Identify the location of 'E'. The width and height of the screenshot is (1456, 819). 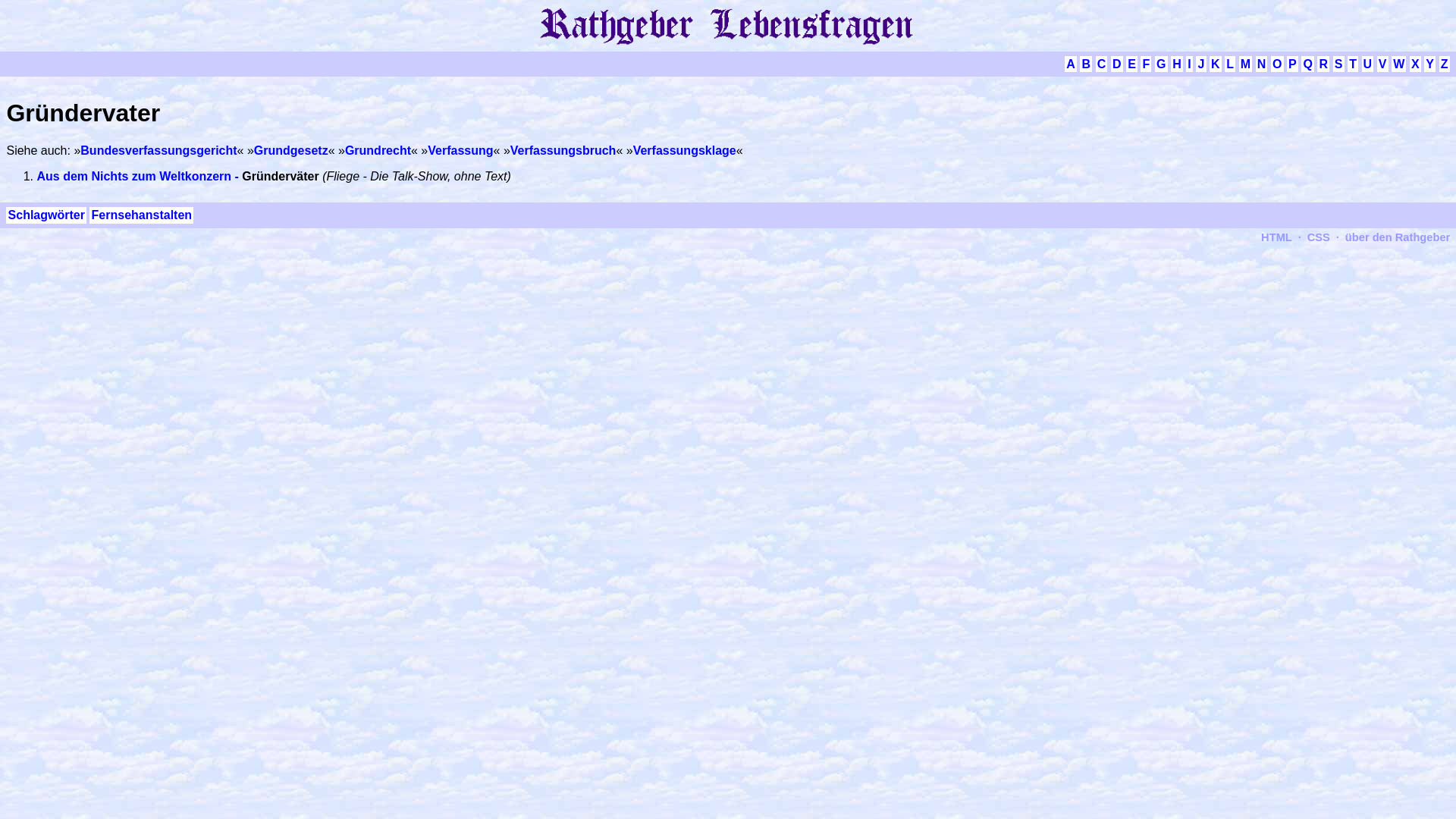
(1131, 63).